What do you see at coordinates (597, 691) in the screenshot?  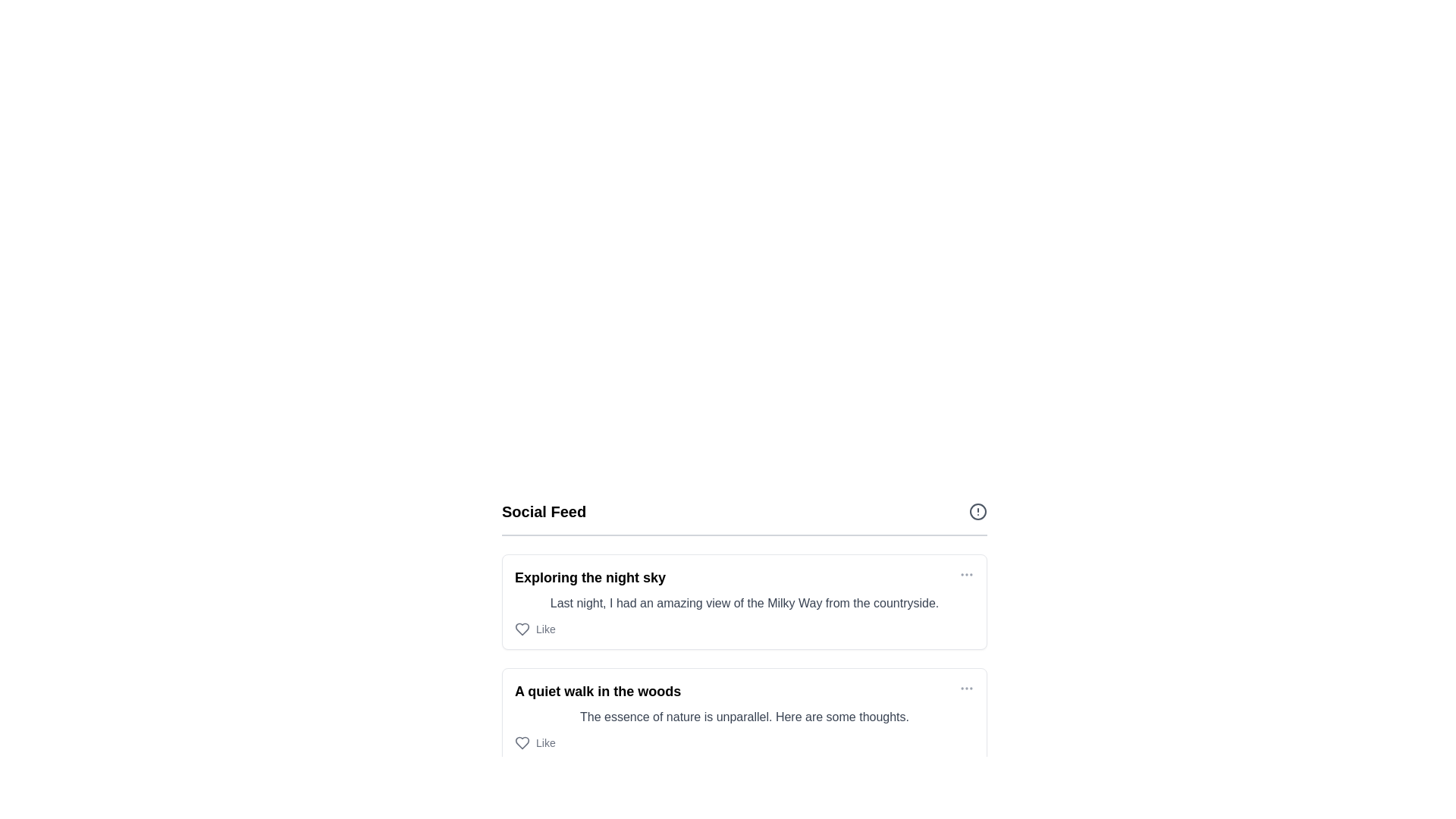 I see `the title of the second post` at bounding box center [597, 691].